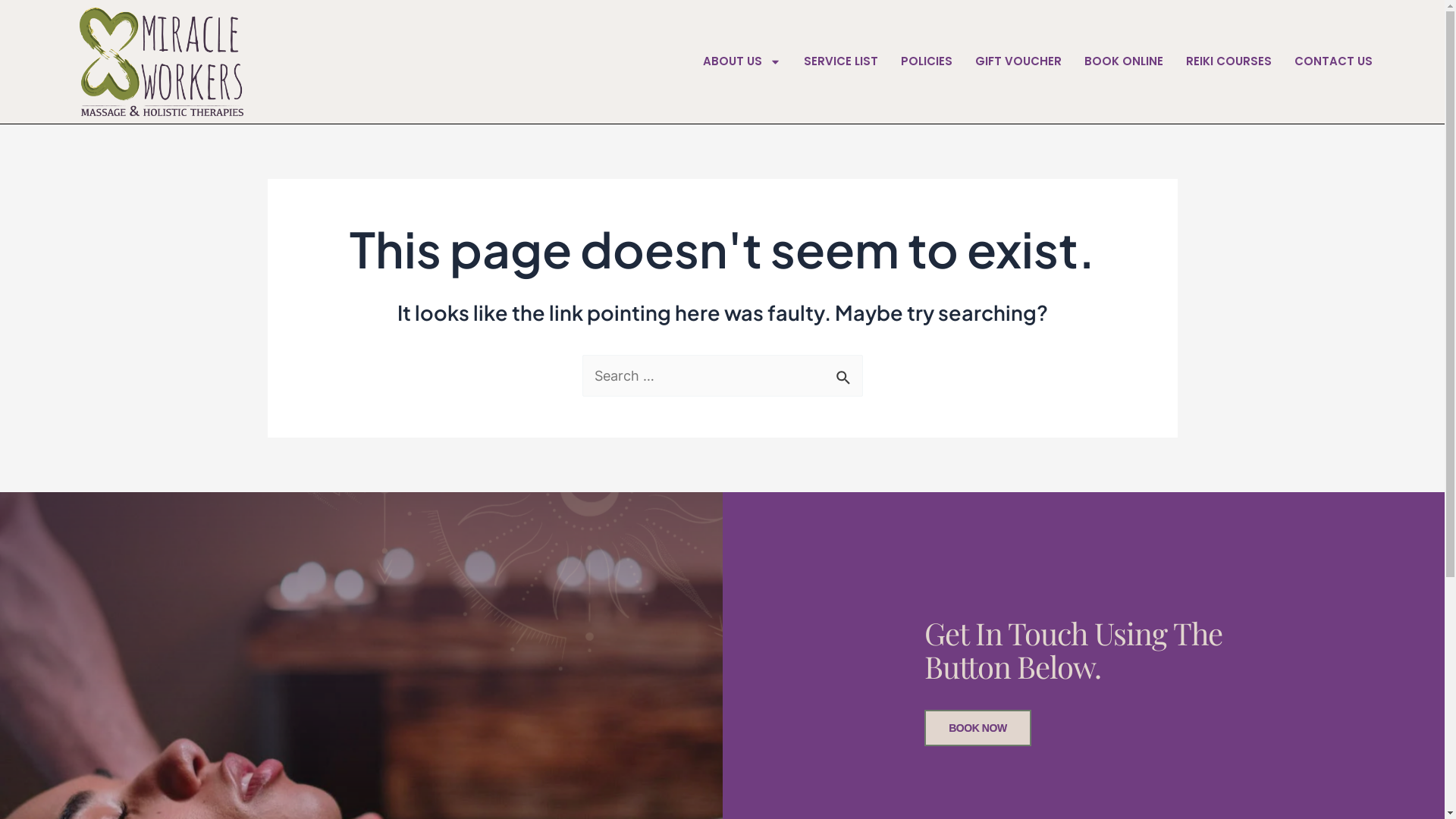  Describe the element at coordinates (1018, 61) in the screenshot. I see `'GIFT VOUCHER'` at that location.